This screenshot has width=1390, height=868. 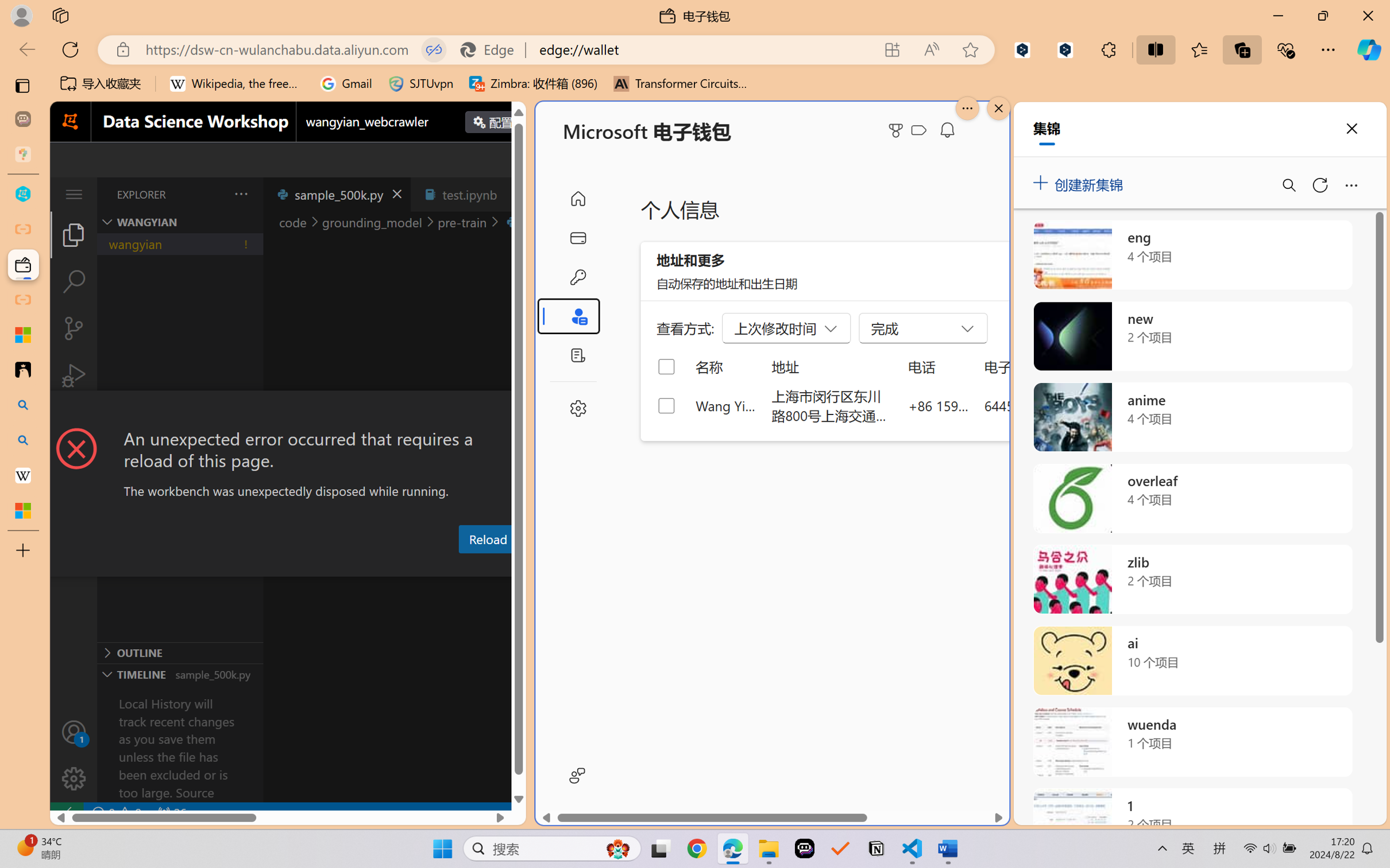 I want to click on 'test.ipynb', so click(x=469, y=193).